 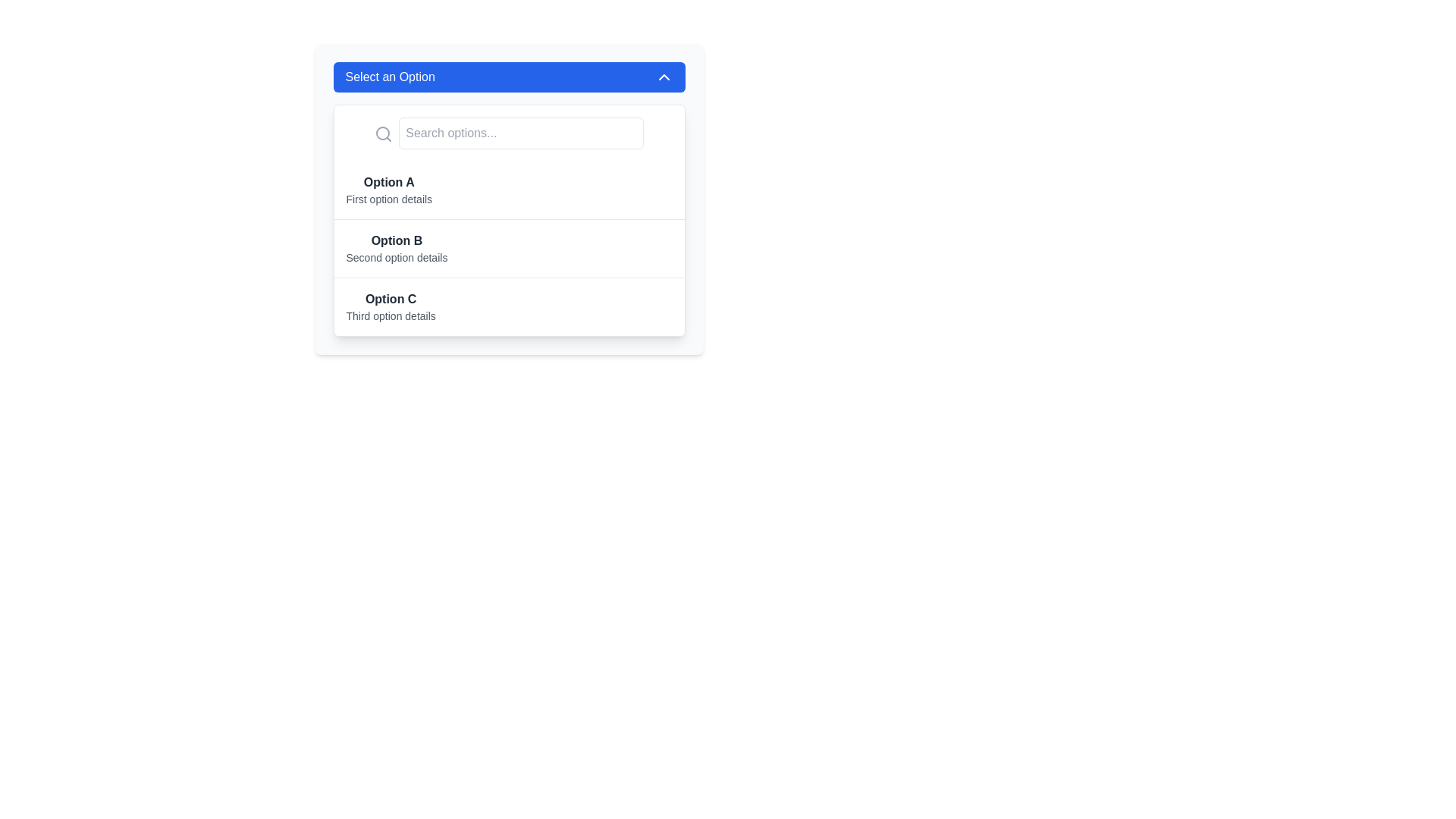 I want to click on the static text label providing additional information about the third option in the dropdown menu, located beneath 'Option C', so click(x=391, y=315).